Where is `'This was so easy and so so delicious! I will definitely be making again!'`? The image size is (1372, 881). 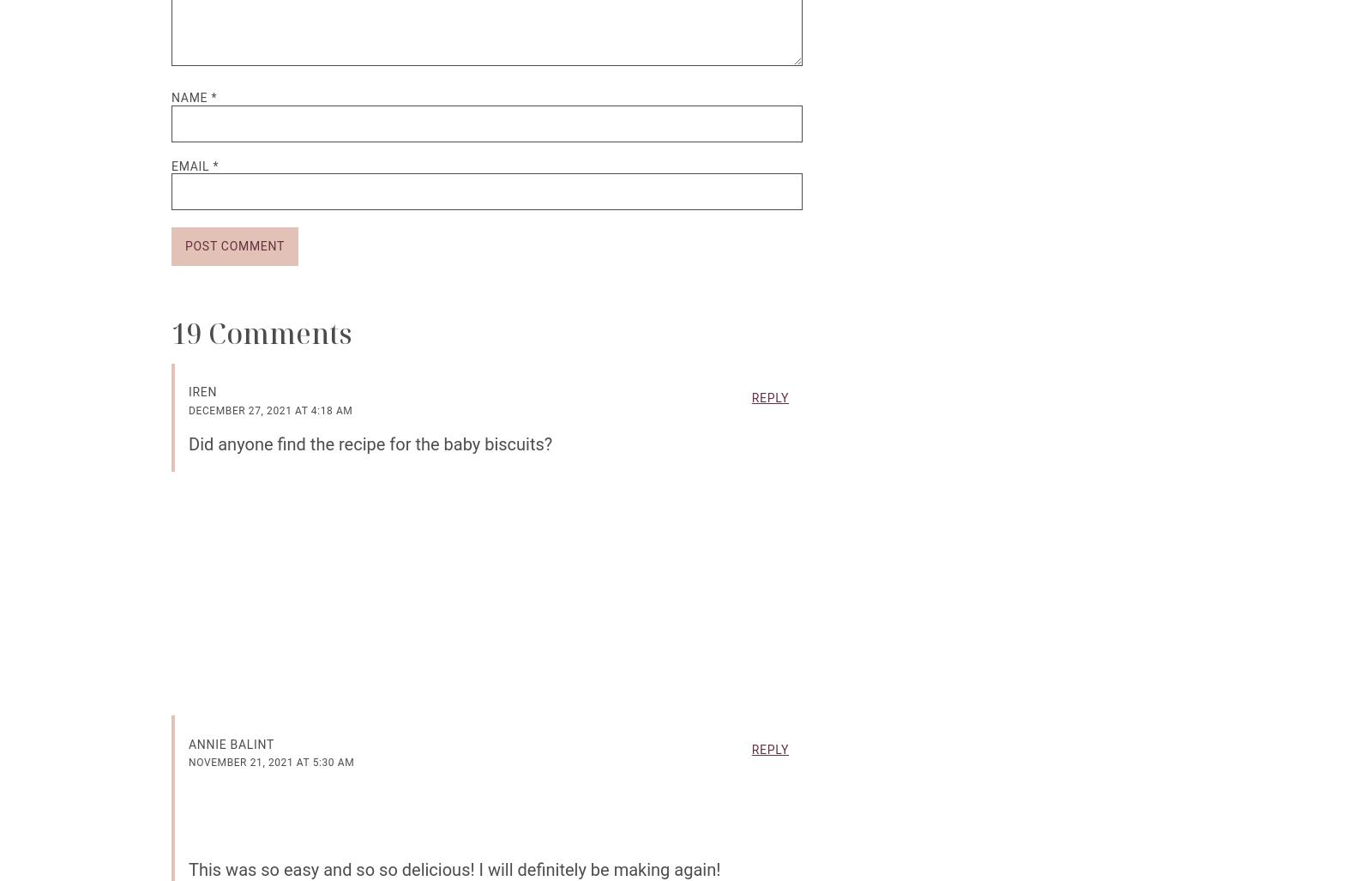 'This was so easy and so so delicious! I will definitely be making again!' is located at coordinates (454, 868).